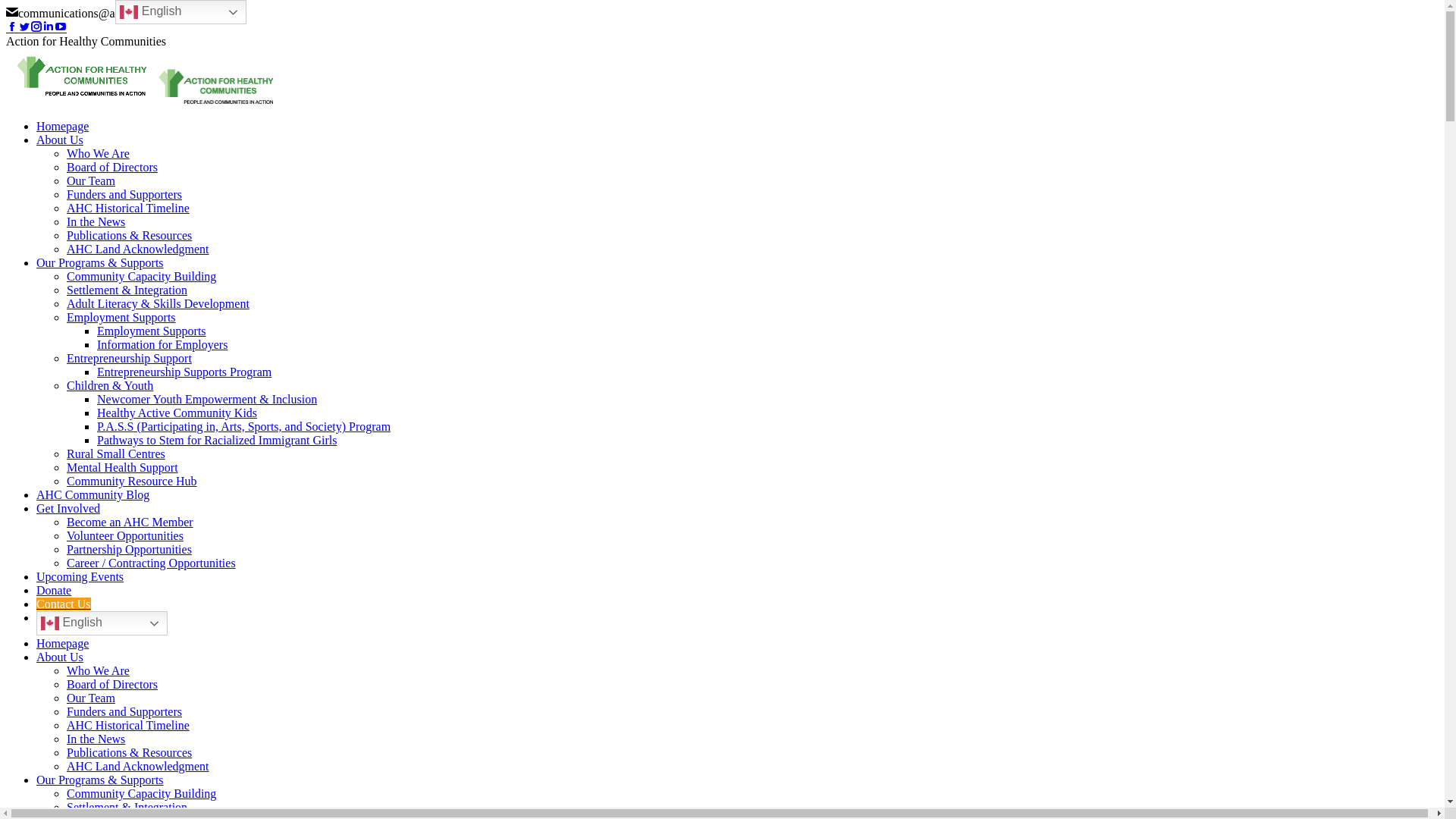 Image resolution: width=1456 pixels, height=819 pixels. What do you see at coordinates (115, 453) in the screenshot?
I see `'Rural Small Centres'` at bounding box center [115, 453].